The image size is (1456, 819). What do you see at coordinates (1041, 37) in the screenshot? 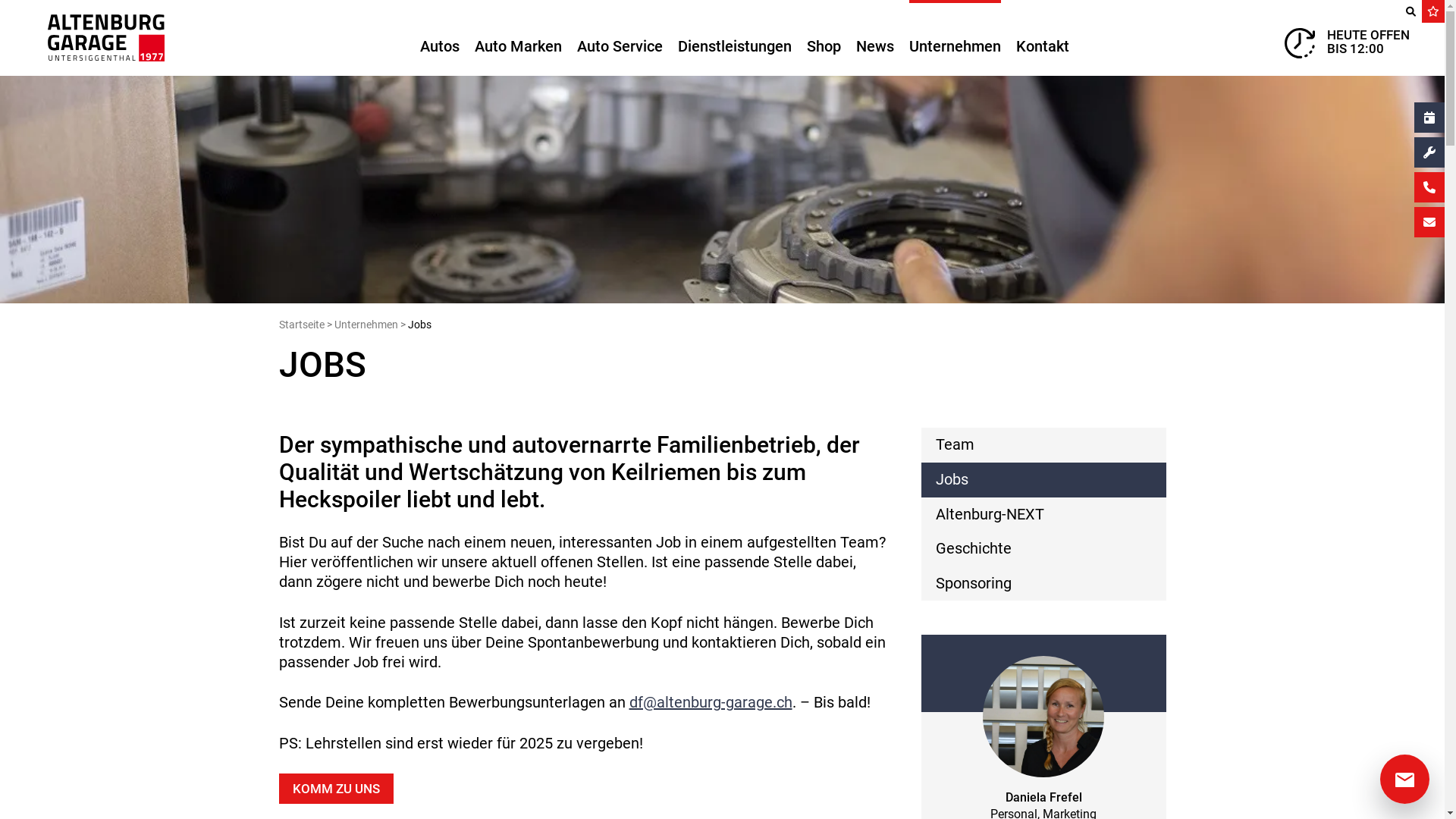
I see `'Kontakt'` at bounding box center [1041, 37].